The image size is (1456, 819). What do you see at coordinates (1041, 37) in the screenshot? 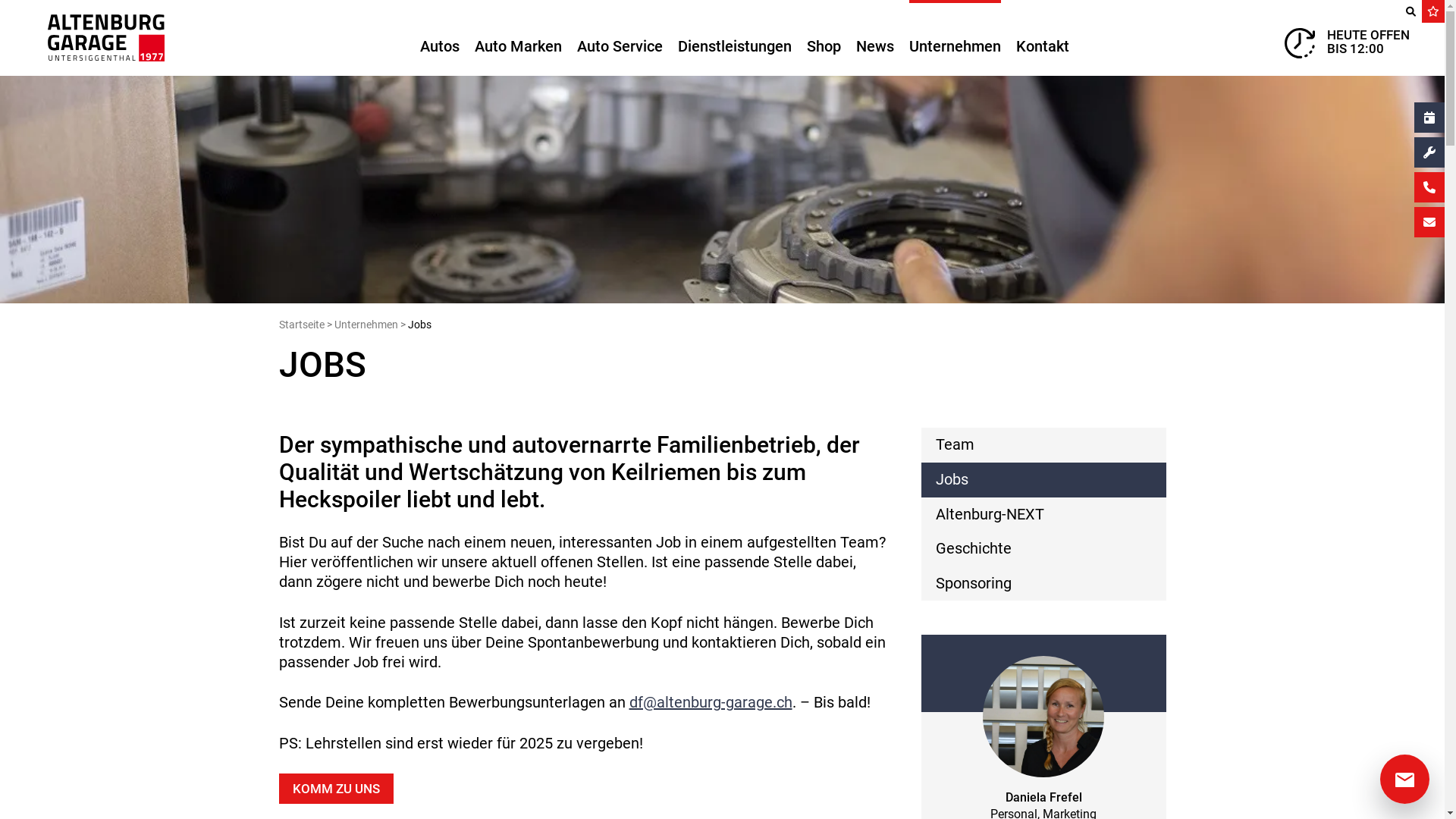
I see `'Kontakt'` at bounding box center [1041, 37].